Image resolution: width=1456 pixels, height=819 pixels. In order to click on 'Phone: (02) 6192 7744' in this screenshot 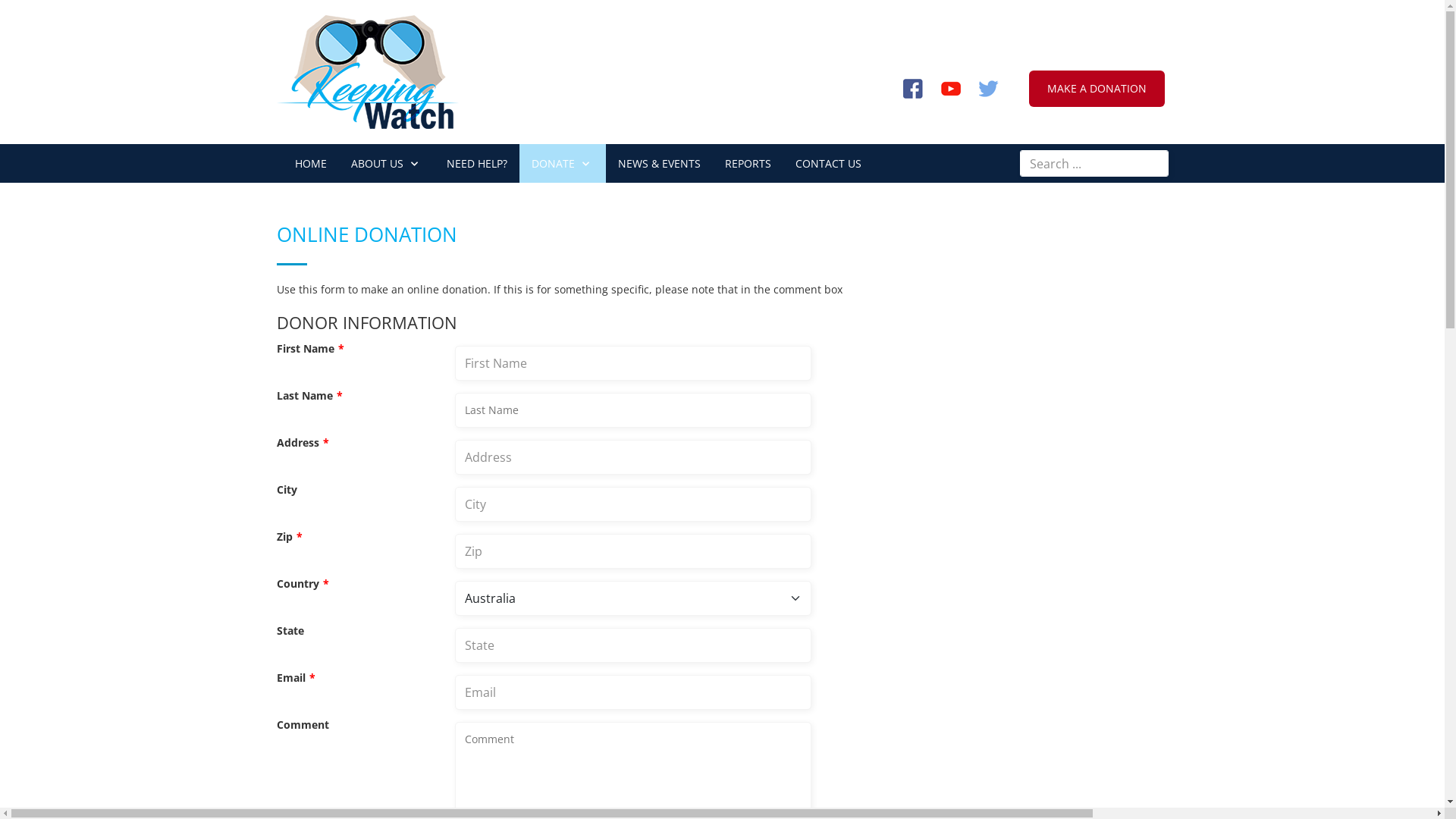, I will do `click(1033, 16)`.